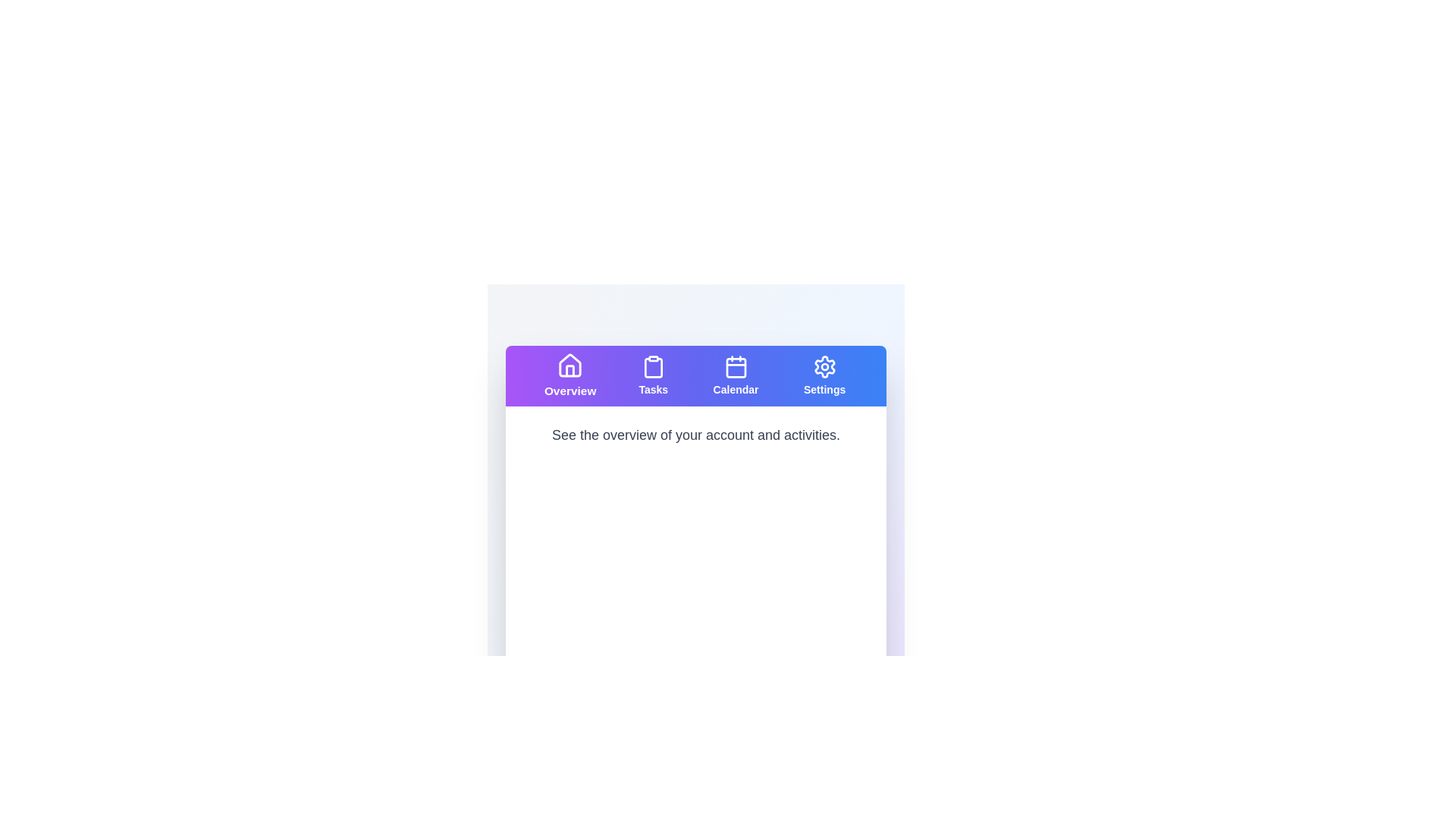 The image size is (1456, 819). Describe the element at coordinates (569, 375) in the screenshot. I see `the 'Overview' button, which is the first button from the left in the horizontal navigation bar, featuring a purple to blue gradient background and a white house icon with bold white text` at that location.